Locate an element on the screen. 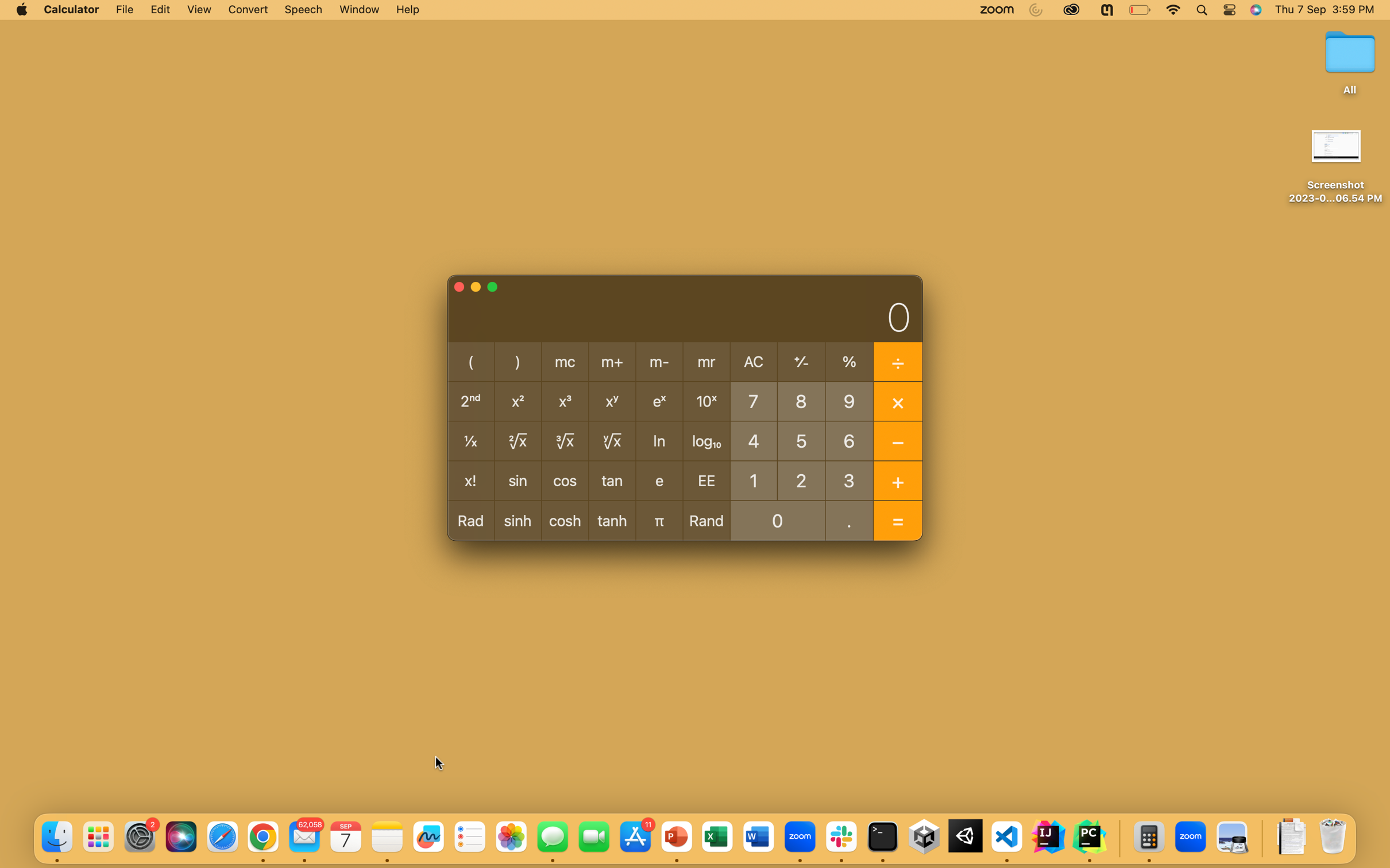 This screenshot has width=1390, height=868. the numbers 3 and 0 and apply the tangent operation is located at coordinates (850, 479).